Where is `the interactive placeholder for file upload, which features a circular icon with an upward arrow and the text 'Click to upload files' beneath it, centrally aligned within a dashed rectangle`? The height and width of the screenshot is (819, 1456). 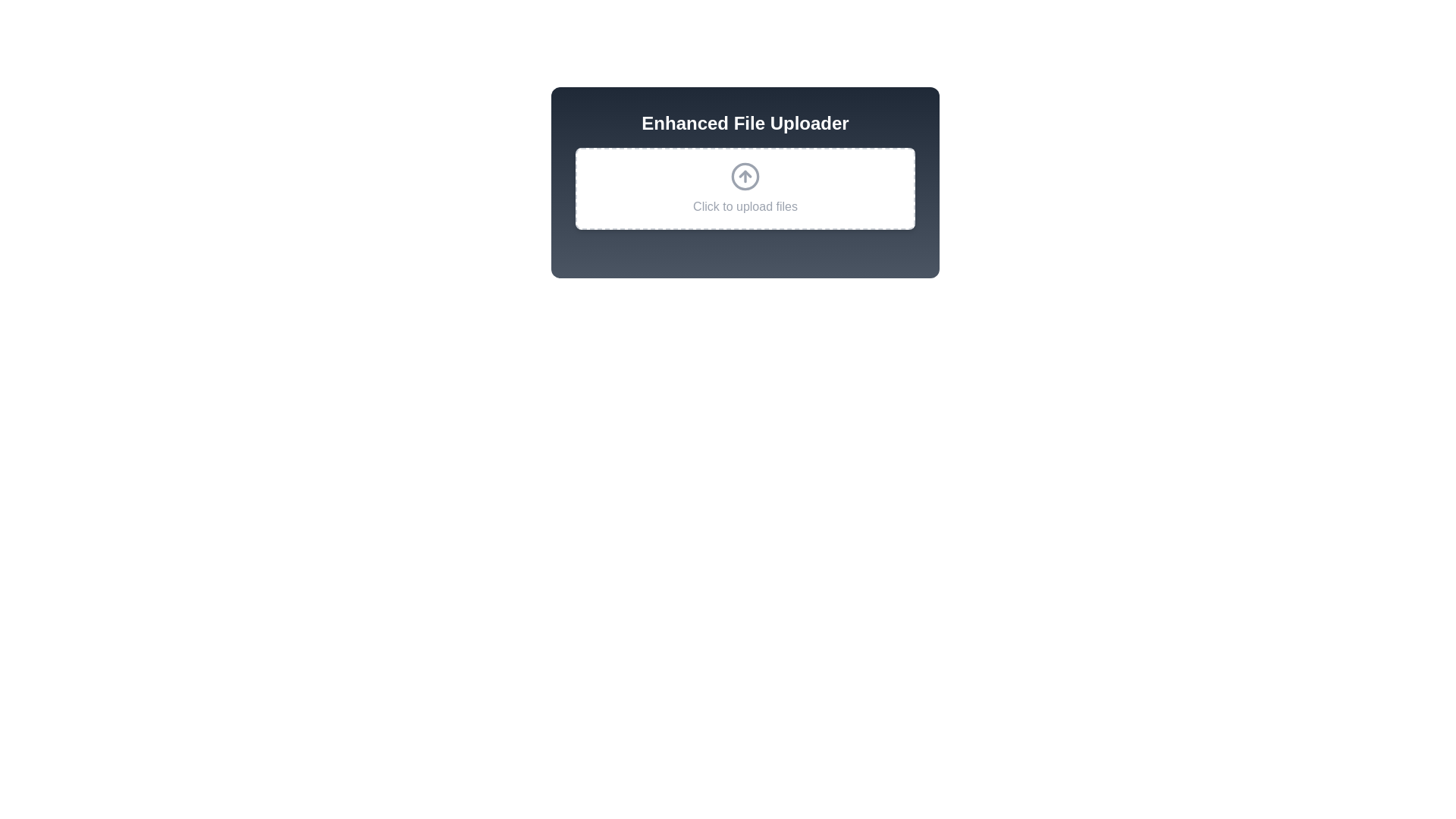
the interactive placeholder for file upload, which features a circular icon with an upward arrow and the text 'Click to upload files' beneath it, centrally aligned within a dashed rectangle is located at coordinates (745, 188).